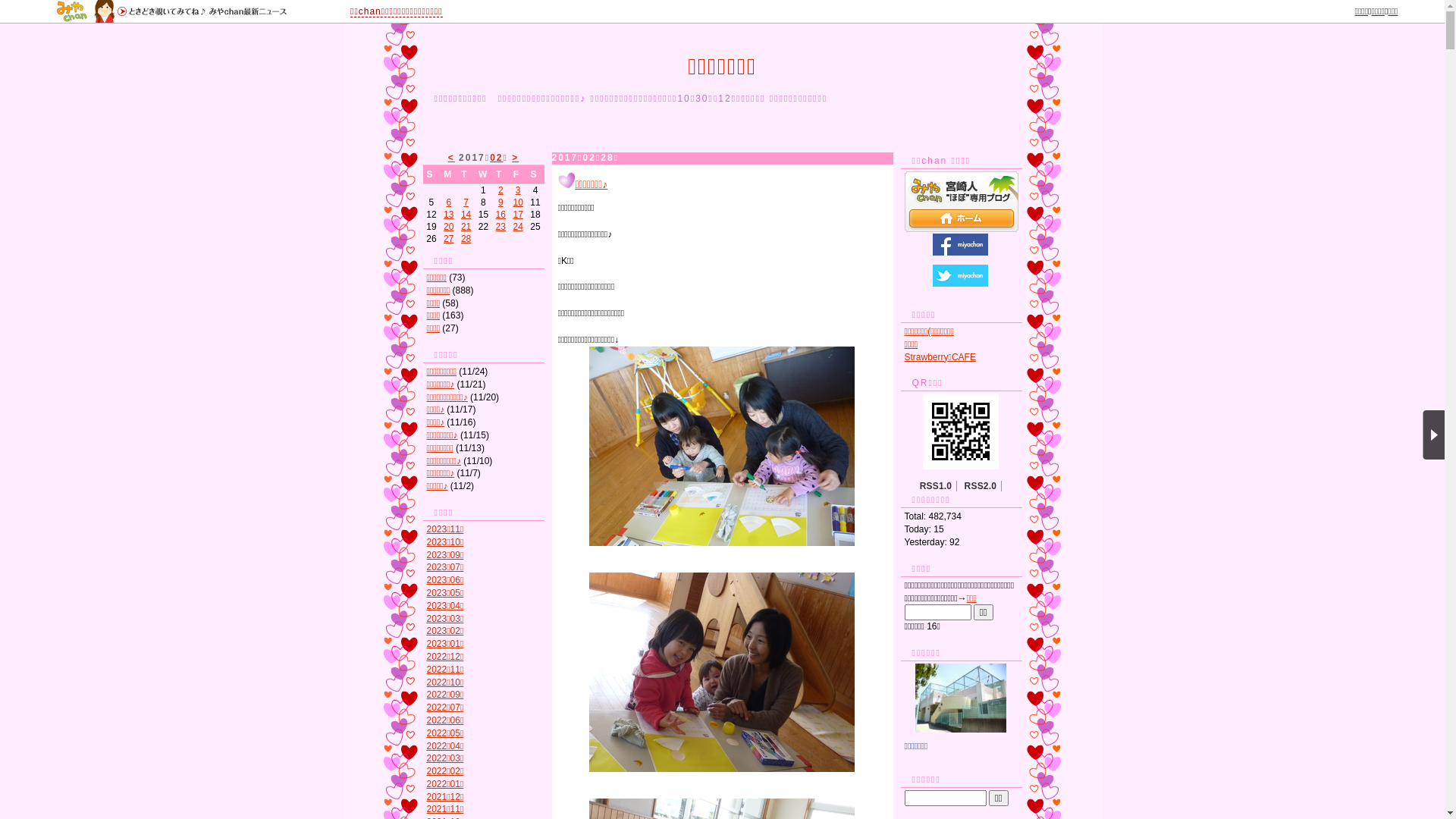  Describe the element at coordinates (447, 227) in the screenshot. I see `'20'` at that location.